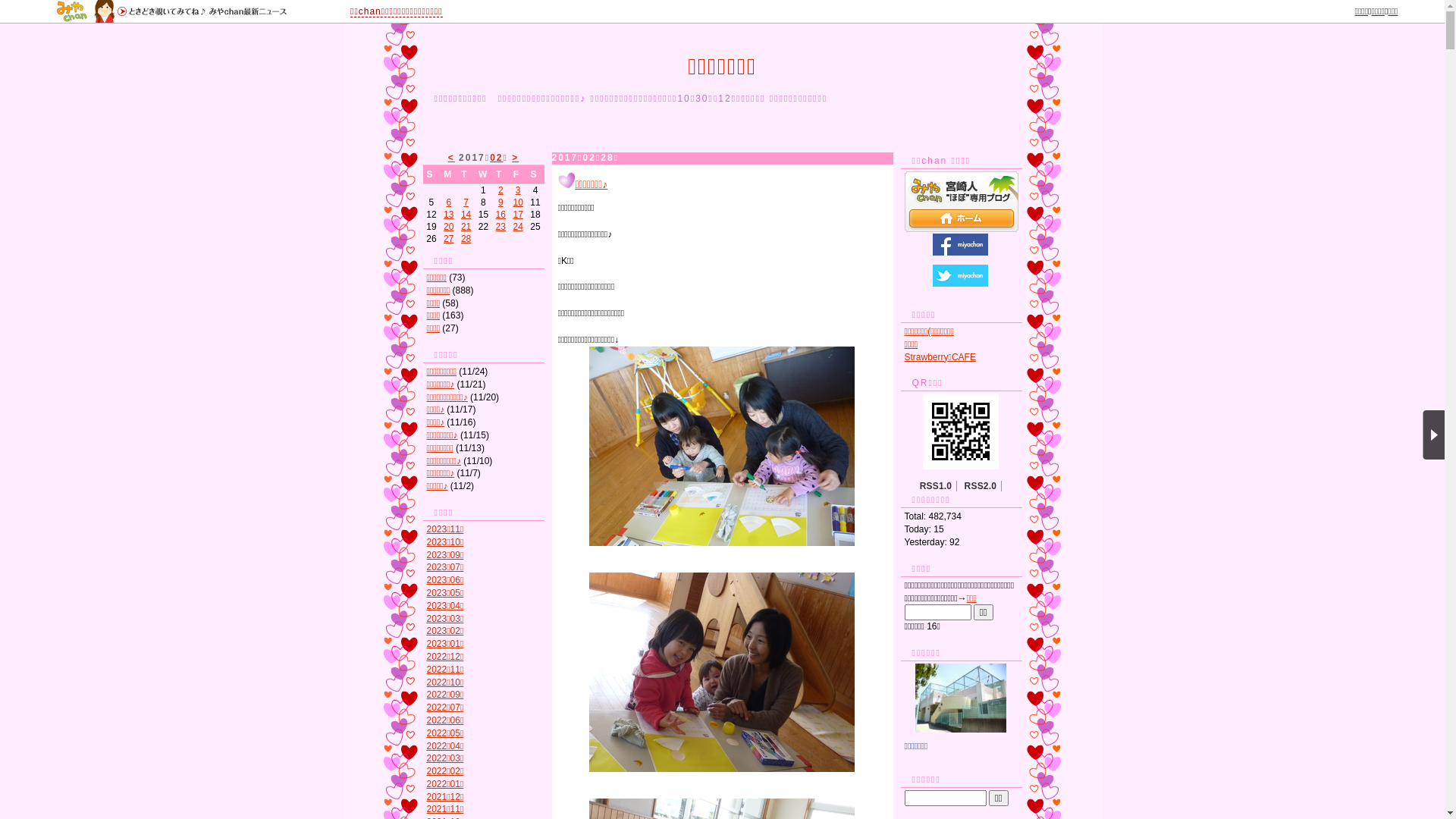  Describe the element at coordinates (447, 227) in the screenshot. I see `'20'` at that location.